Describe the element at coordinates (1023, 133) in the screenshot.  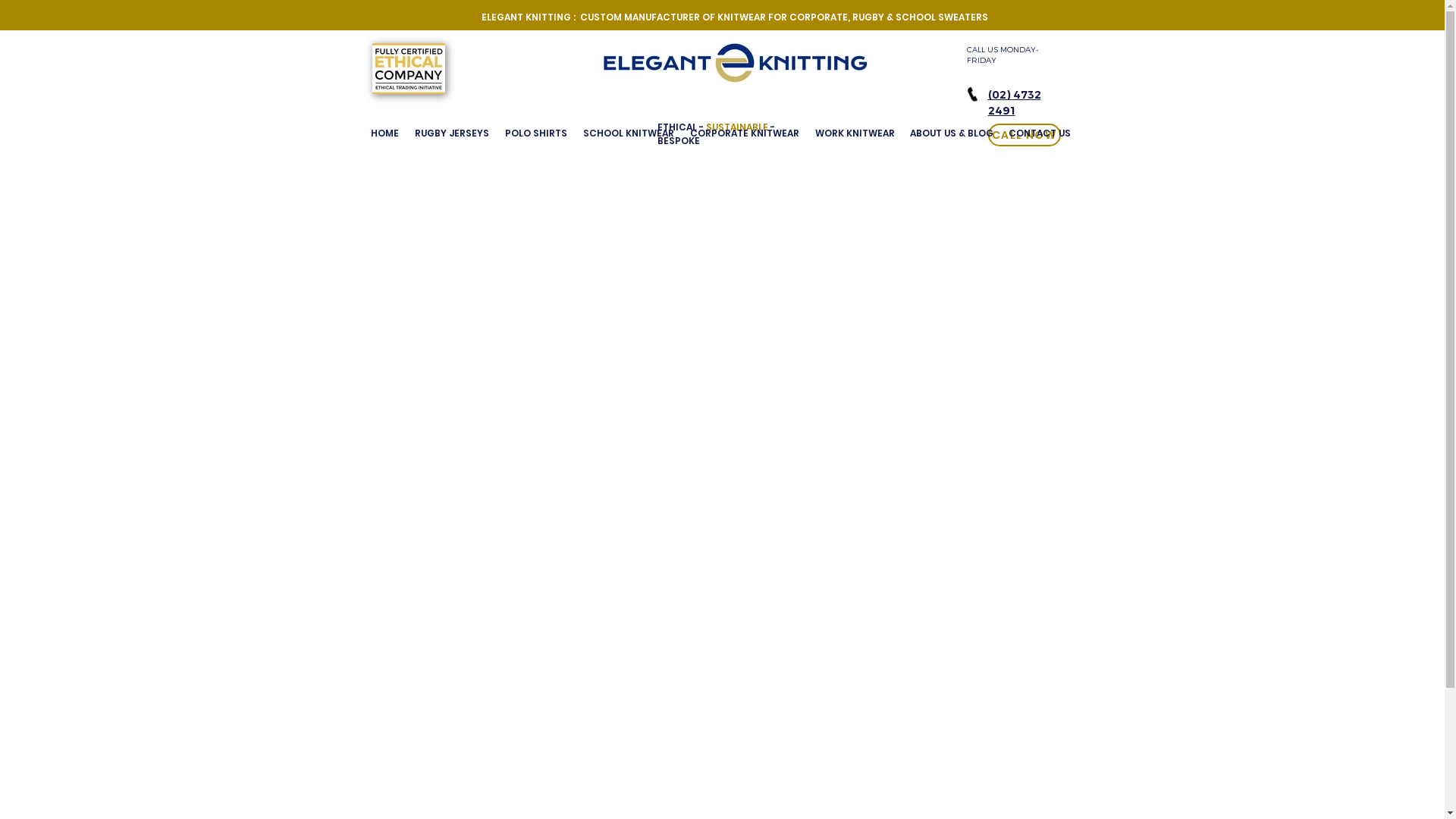
I see `'CALL NOW'` at that location.